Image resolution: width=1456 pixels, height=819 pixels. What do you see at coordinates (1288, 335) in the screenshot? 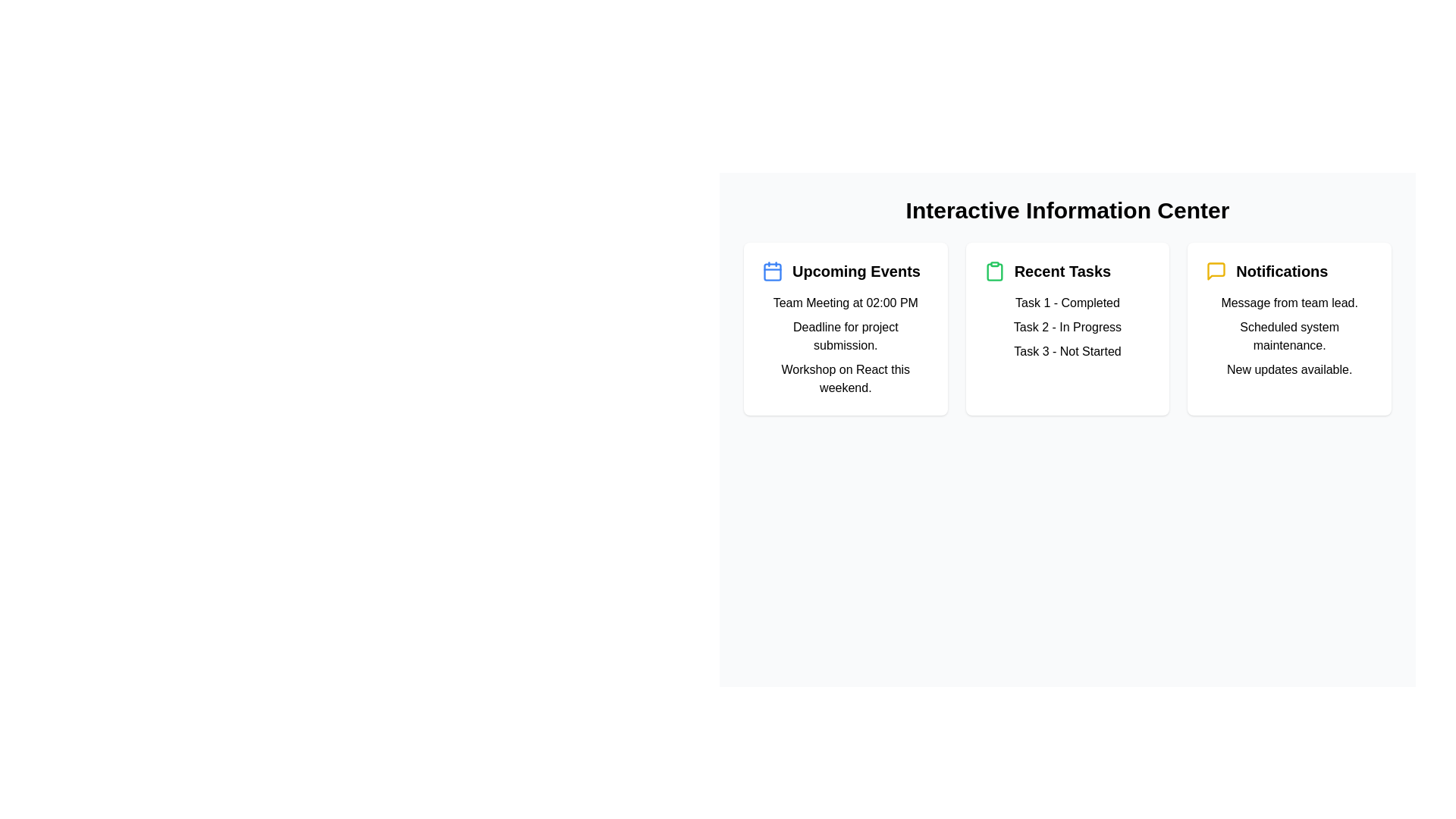
I see `the informational text label about scheduled system maintenance, which is the second entry in the list of notifications located between 'Message from team lead.' and 'New updates available.'` at bounding box center [1288, 335].